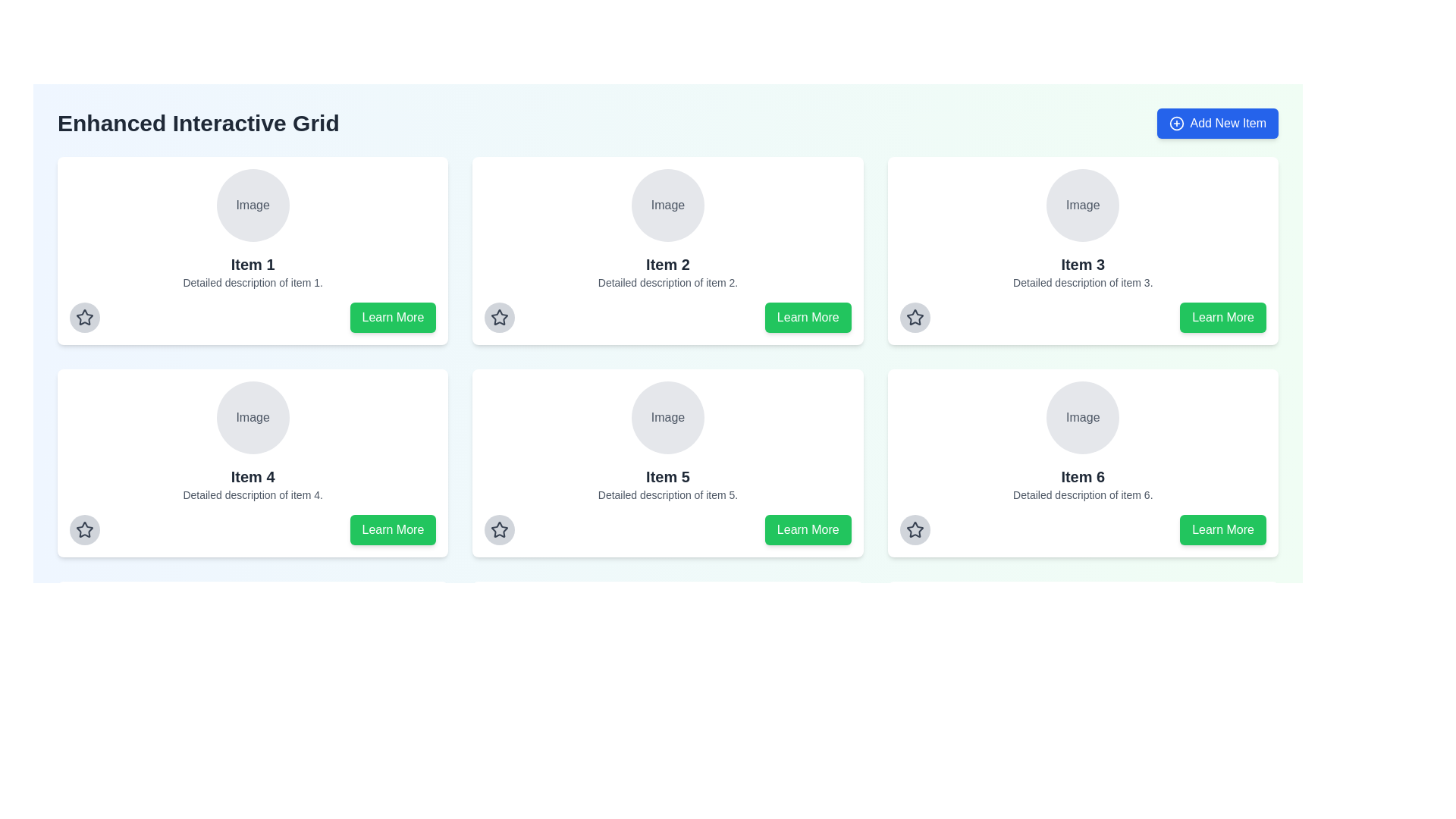 The image size is (1456, 819). I want to click on the star button located in the top-left corner of the card for 'Item 1', so click(83, 317).